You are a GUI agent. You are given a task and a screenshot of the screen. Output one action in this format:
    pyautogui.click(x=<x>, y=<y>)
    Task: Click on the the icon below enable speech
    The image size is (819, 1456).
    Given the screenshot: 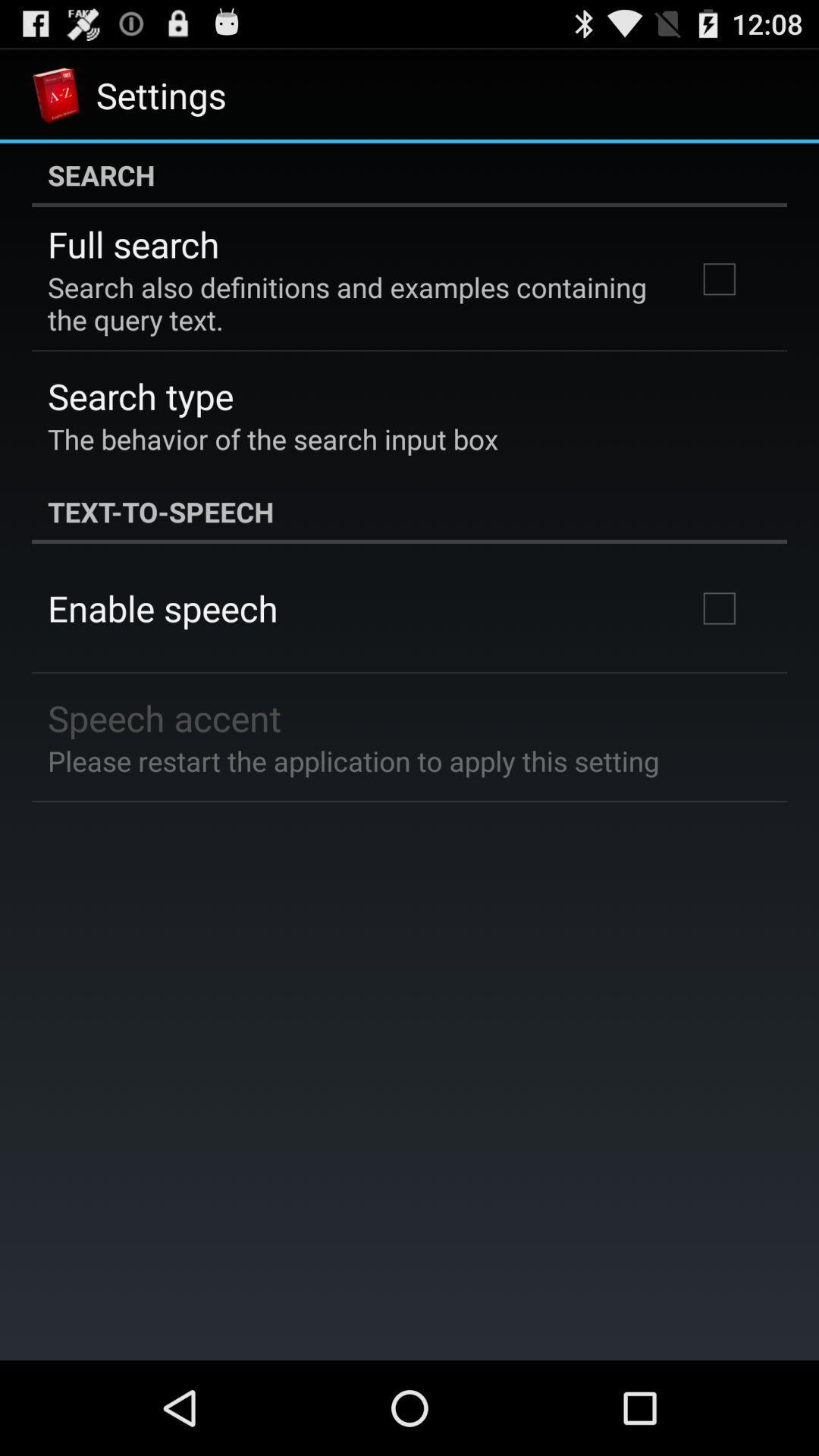 What is the action you would take?
    pyautogui.click(x=165, y=717)
    